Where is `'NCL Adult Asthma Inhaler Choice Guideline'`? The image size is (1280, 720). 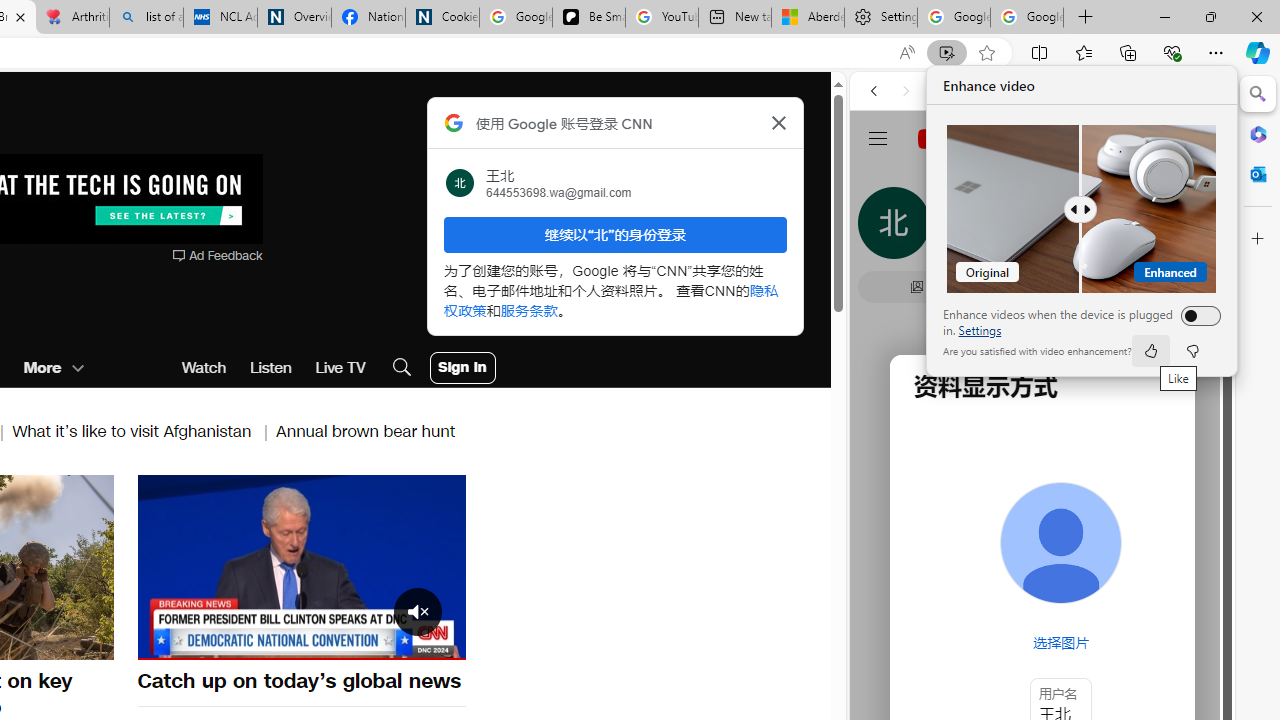 'NCL Adult Asthma Inhaler Choice Guideline' is located at coordinates (220, 17).